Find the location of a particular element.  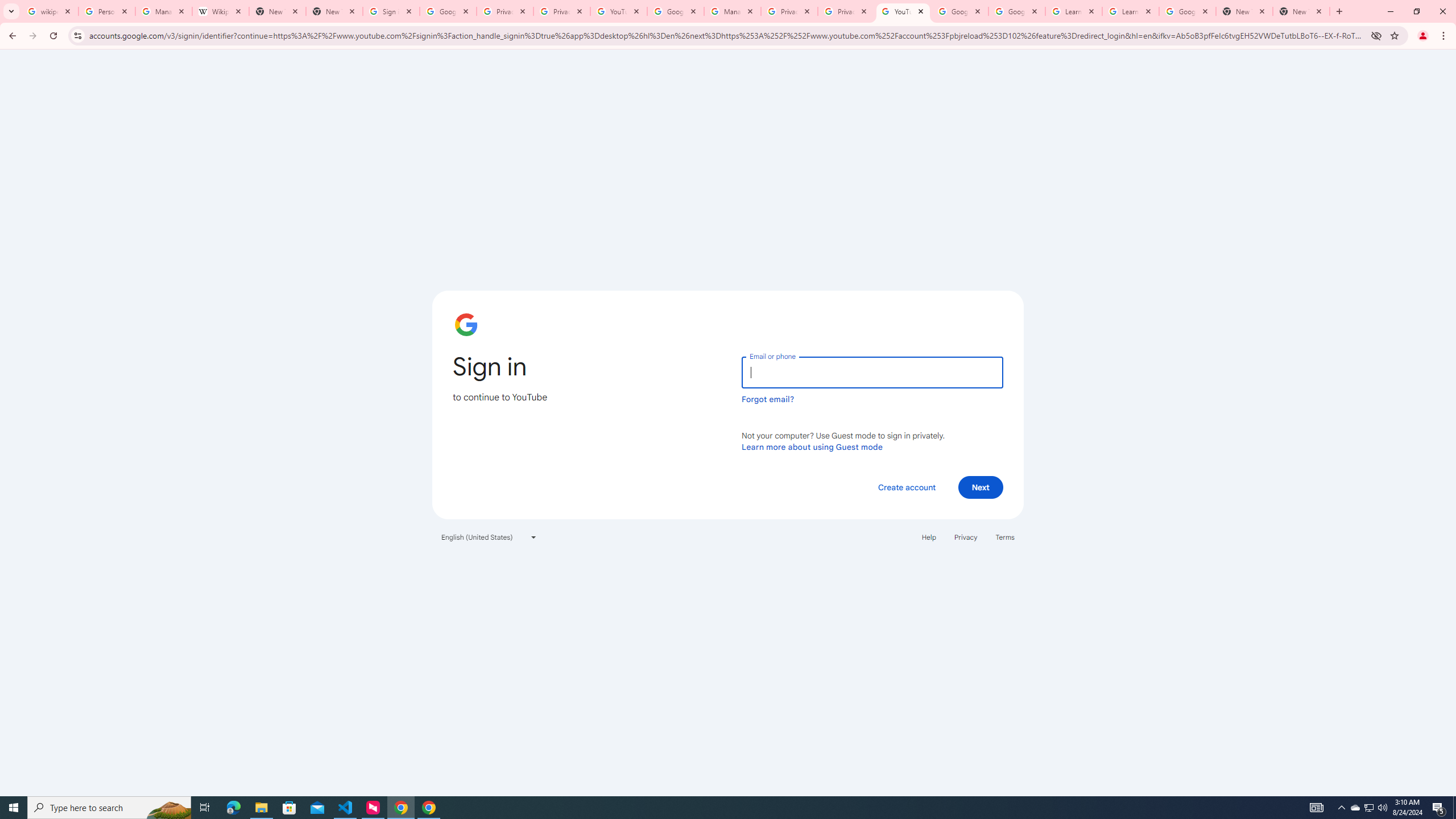

'English (United States)' is located at coordinates (489, 536).